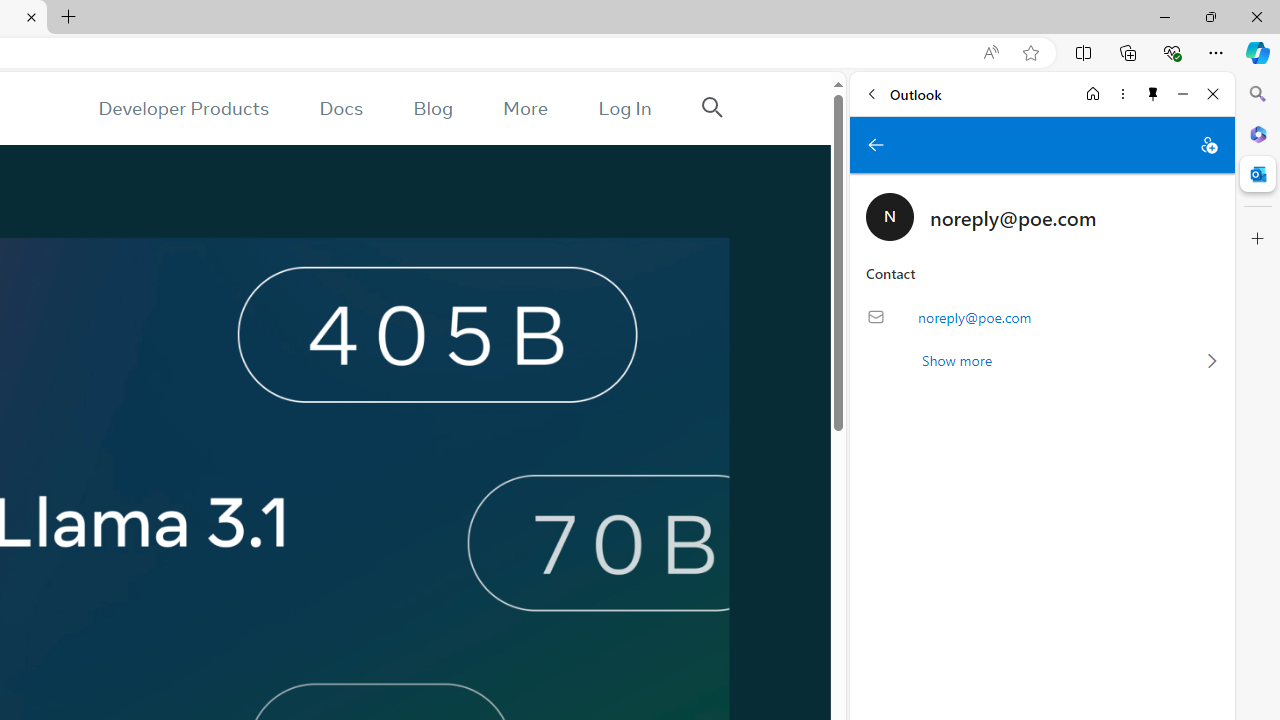 The width and height of the screenshot is (1280, 720). Describe the element at coordinates (624, 108) in the screenshot. I see `'Log In'` at that location.